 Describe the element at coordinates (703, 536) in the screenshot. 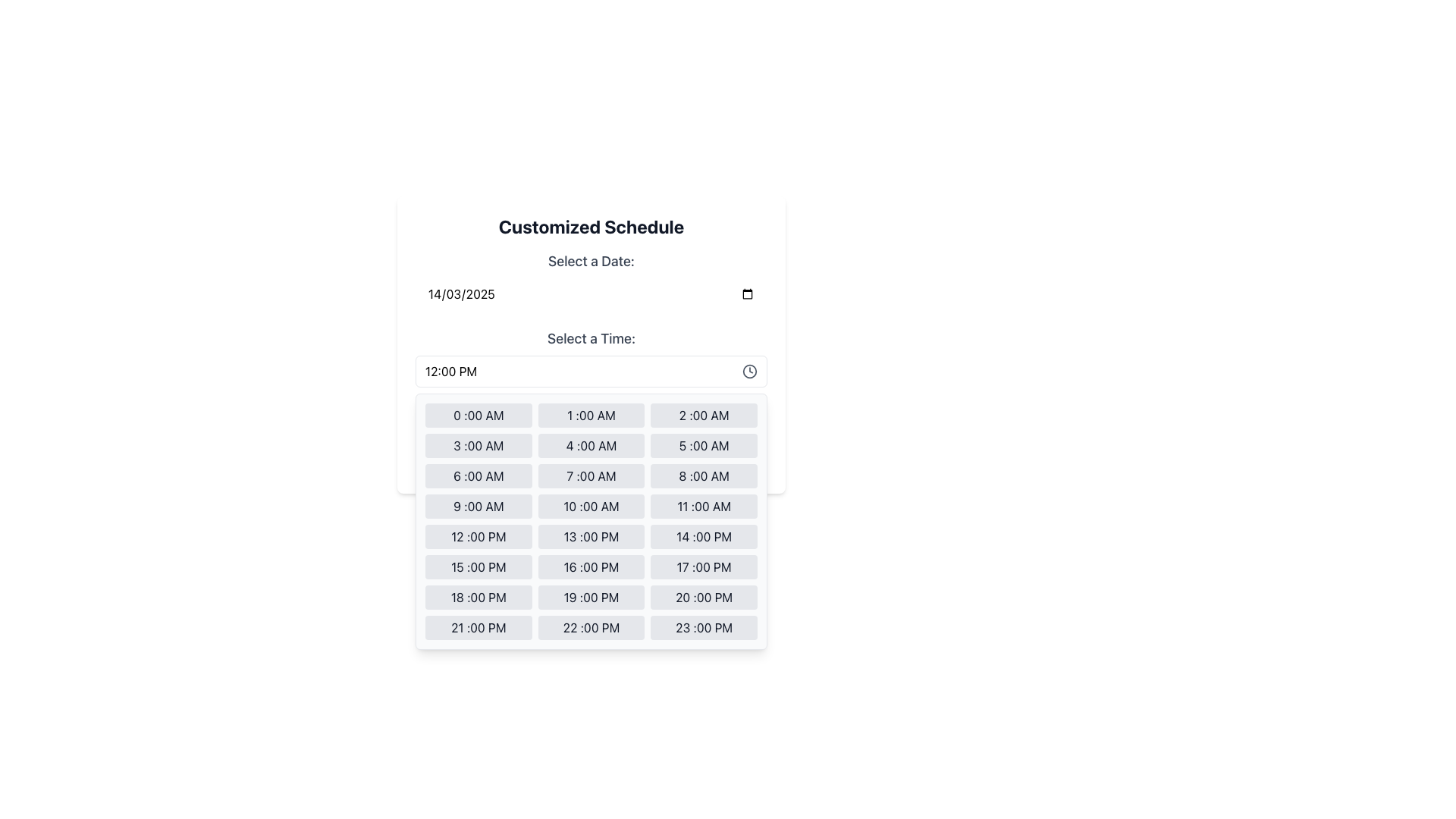

I see `the button labeled '14 :00 PM' in the time picker` at that location.